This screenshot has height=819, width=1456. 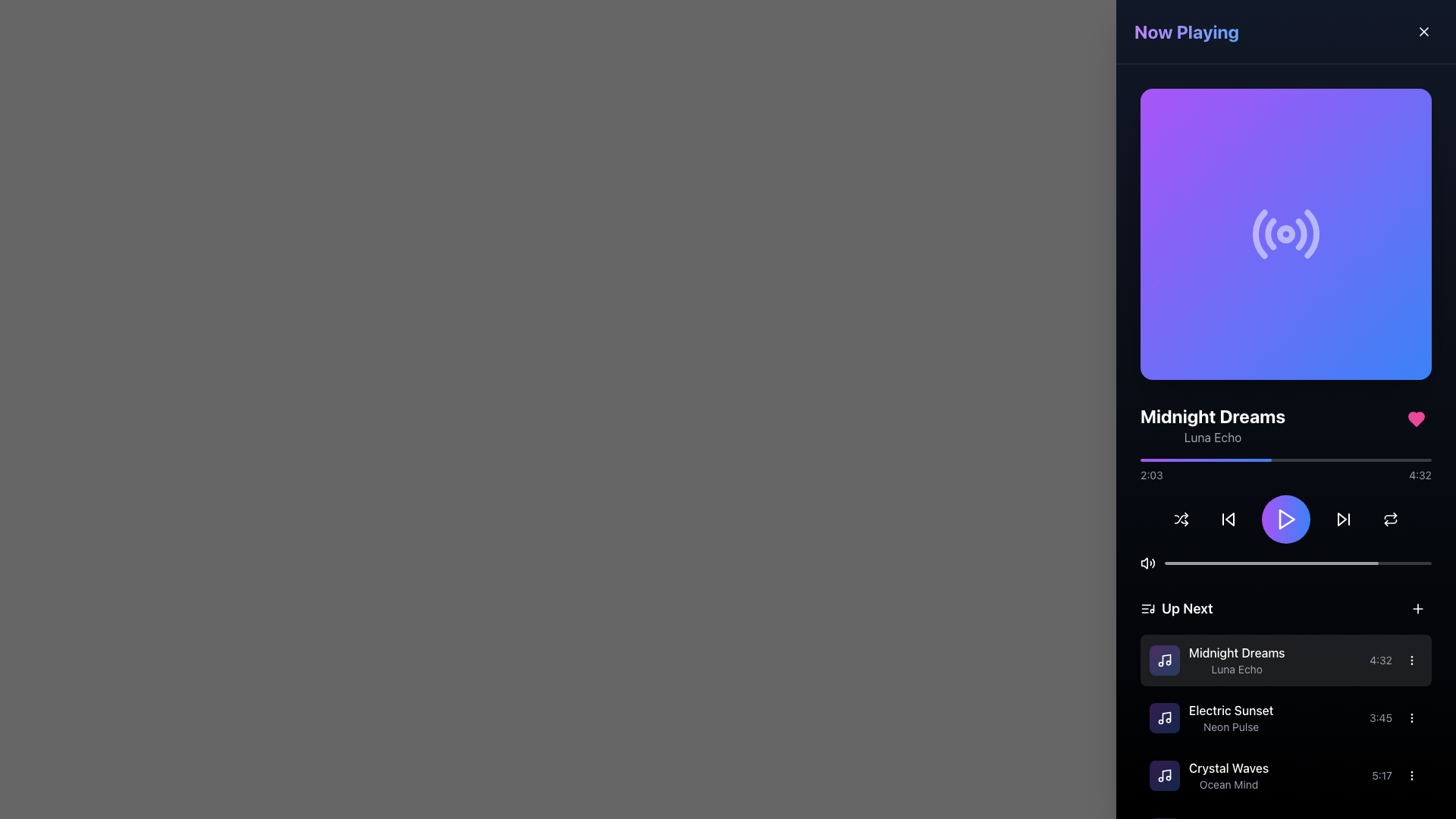 I want to click on the decorative element of the music note icon located next to the first item 'Midnight Dreams' in the 'Up Next' list, so click(x=1166, y=717).